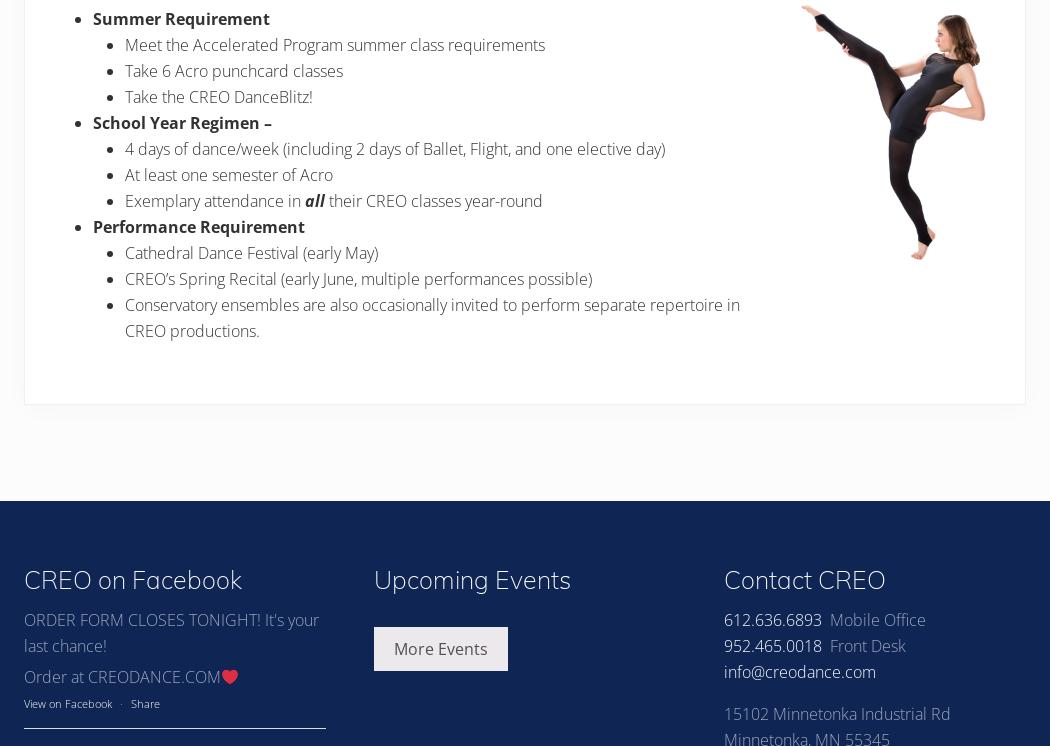  What do you see at coordinates (798, 670) in the screenshot?
I see `'info@creodance.com'` at bounding box center [798, 670].